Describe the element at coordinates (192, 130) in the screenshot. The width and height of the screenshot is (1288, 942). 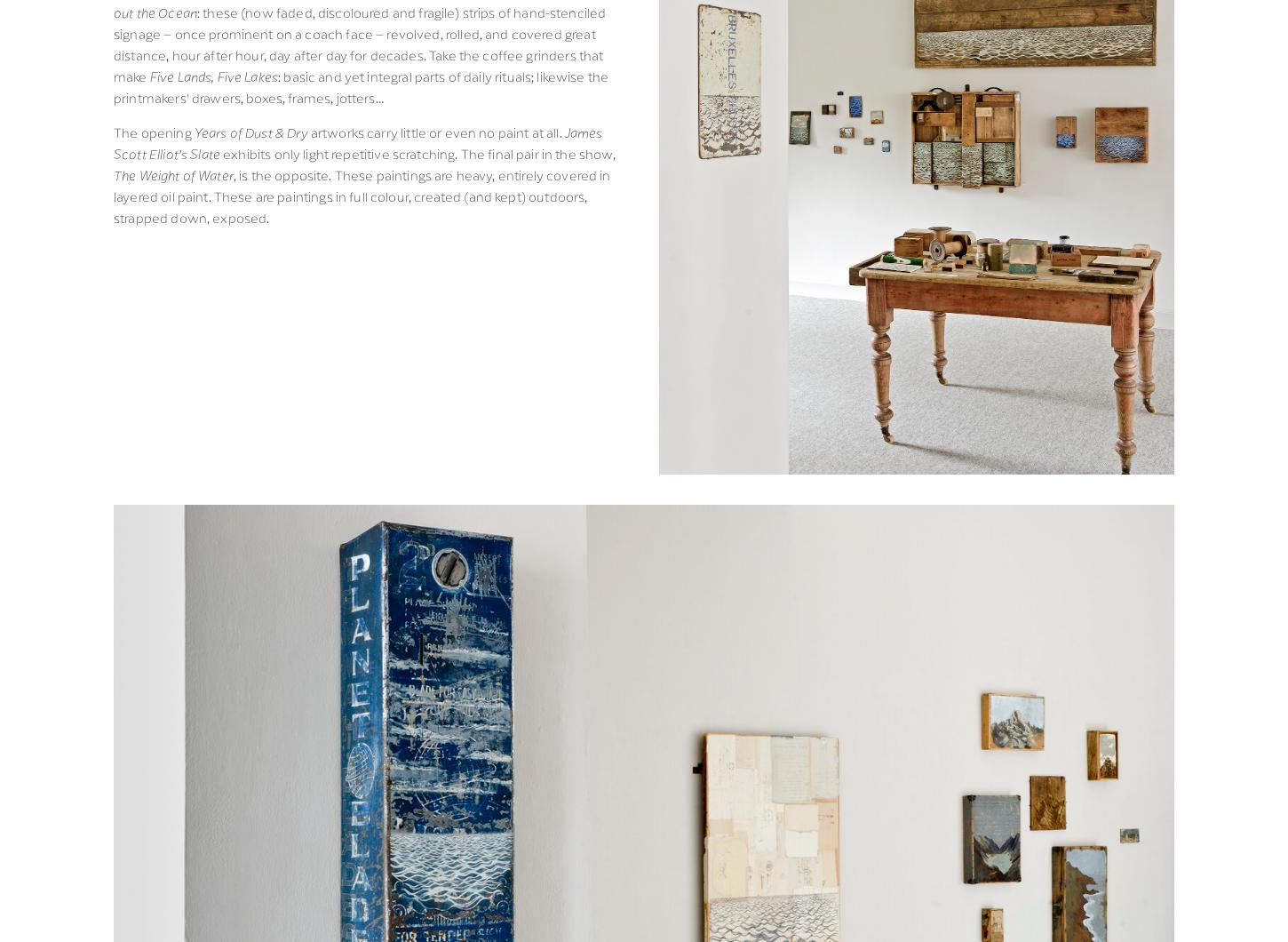
I see `'Years of Dust & Dry'` at that location.